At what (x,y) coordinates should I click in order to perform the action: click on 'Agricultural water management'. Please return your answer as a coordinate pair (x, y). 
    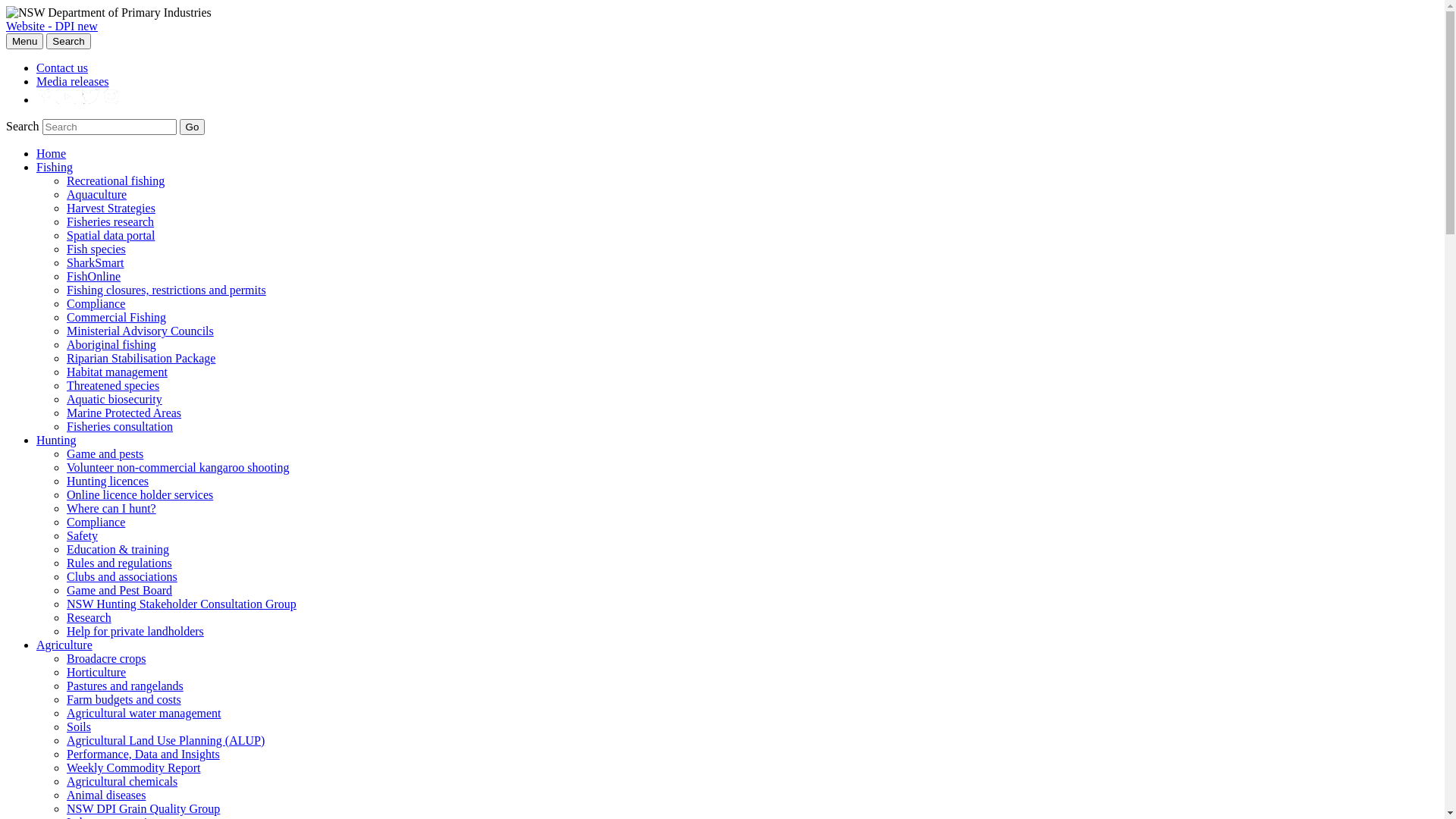
    Looking at the image, I should click on (65, 713).